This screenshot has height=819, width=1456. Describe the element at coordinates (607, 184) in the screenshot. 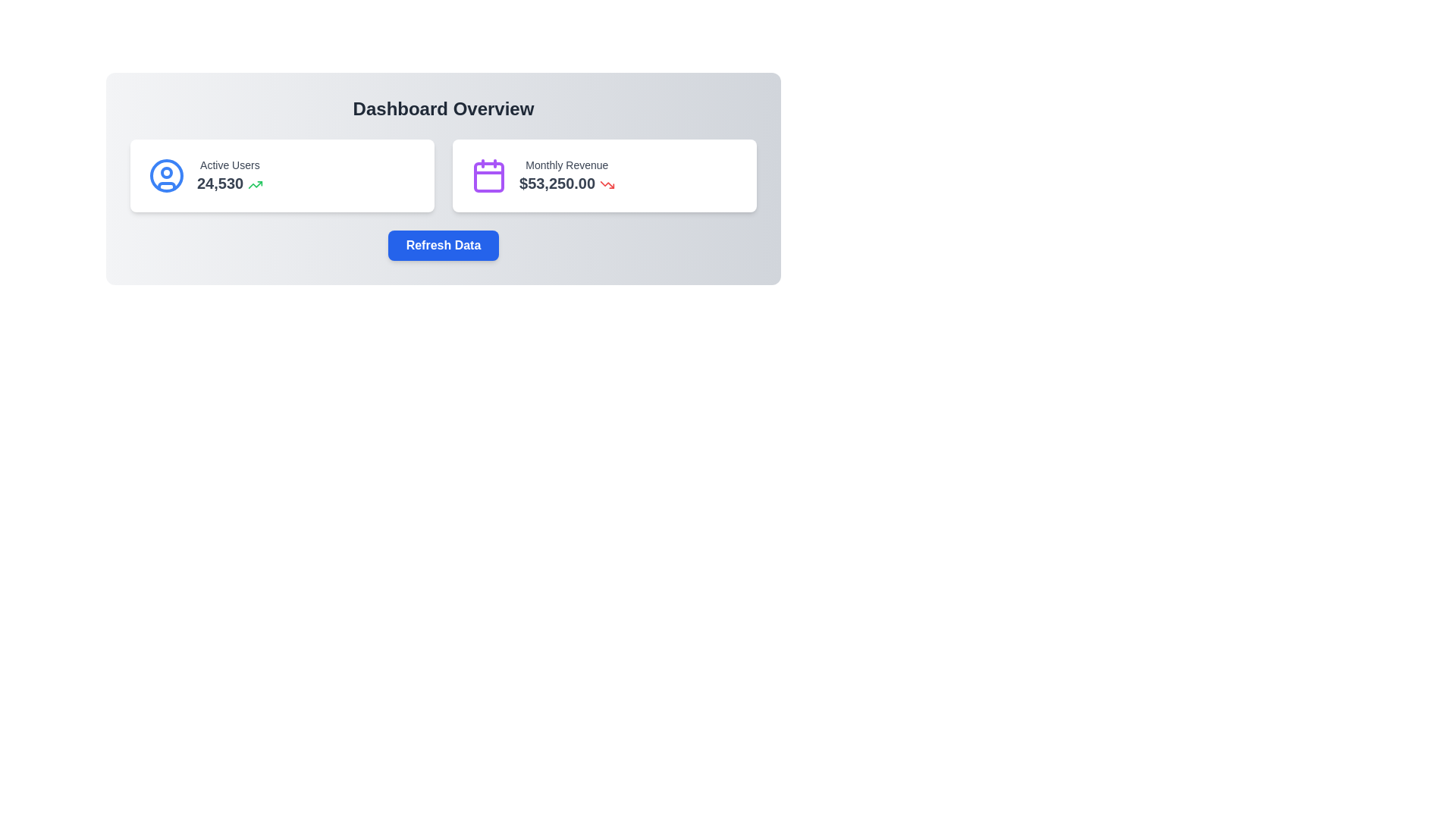

I see `the downward trend icon located in the lower-right corner of the 'Monthly Revenue' card for visual information` at that location.